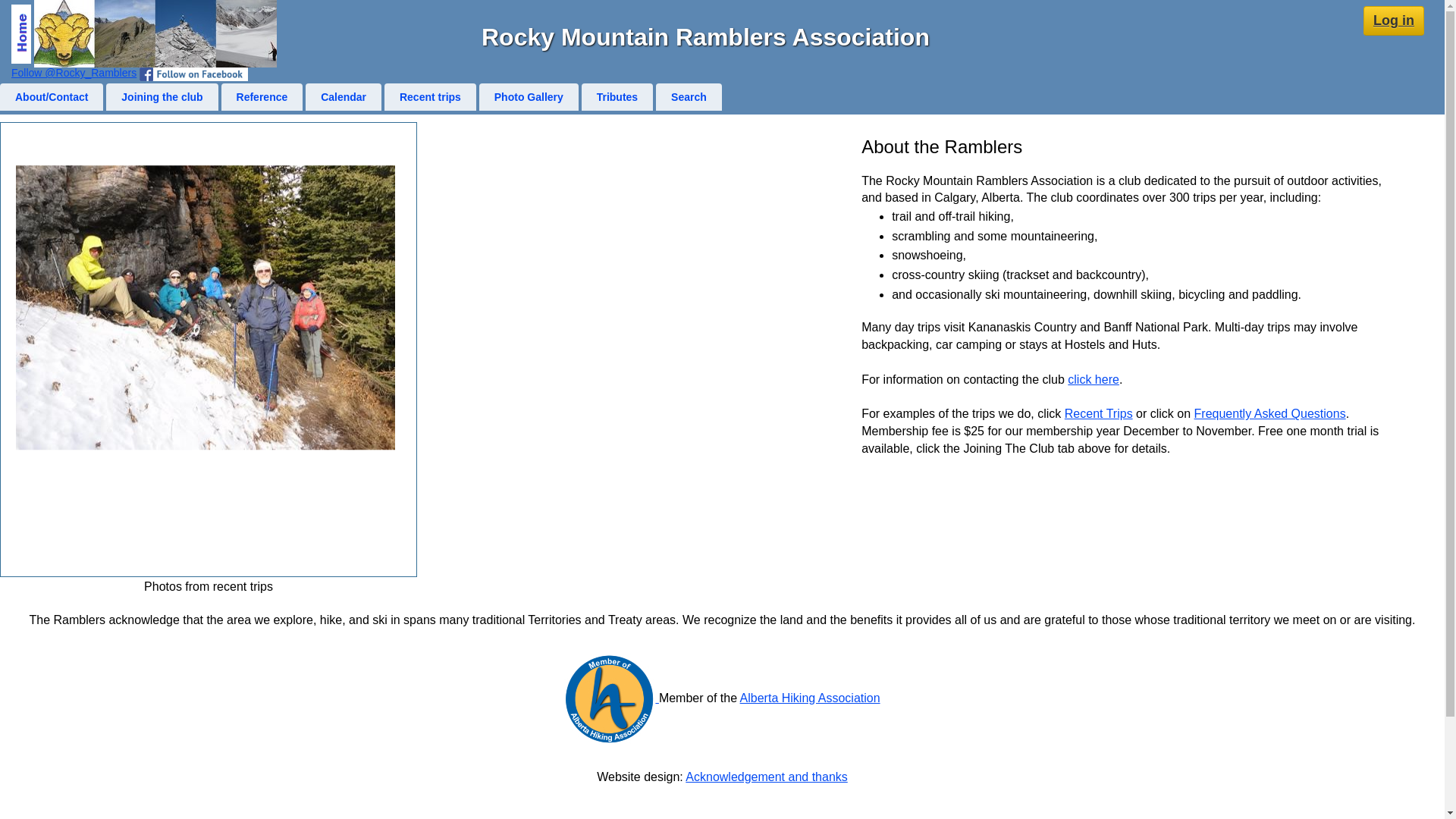 This screenshot has height=819, width=1456. What do you see at coordinates (21, 34) in the screenshot?
I see `'Home page'` at bounding box center [21, 34].